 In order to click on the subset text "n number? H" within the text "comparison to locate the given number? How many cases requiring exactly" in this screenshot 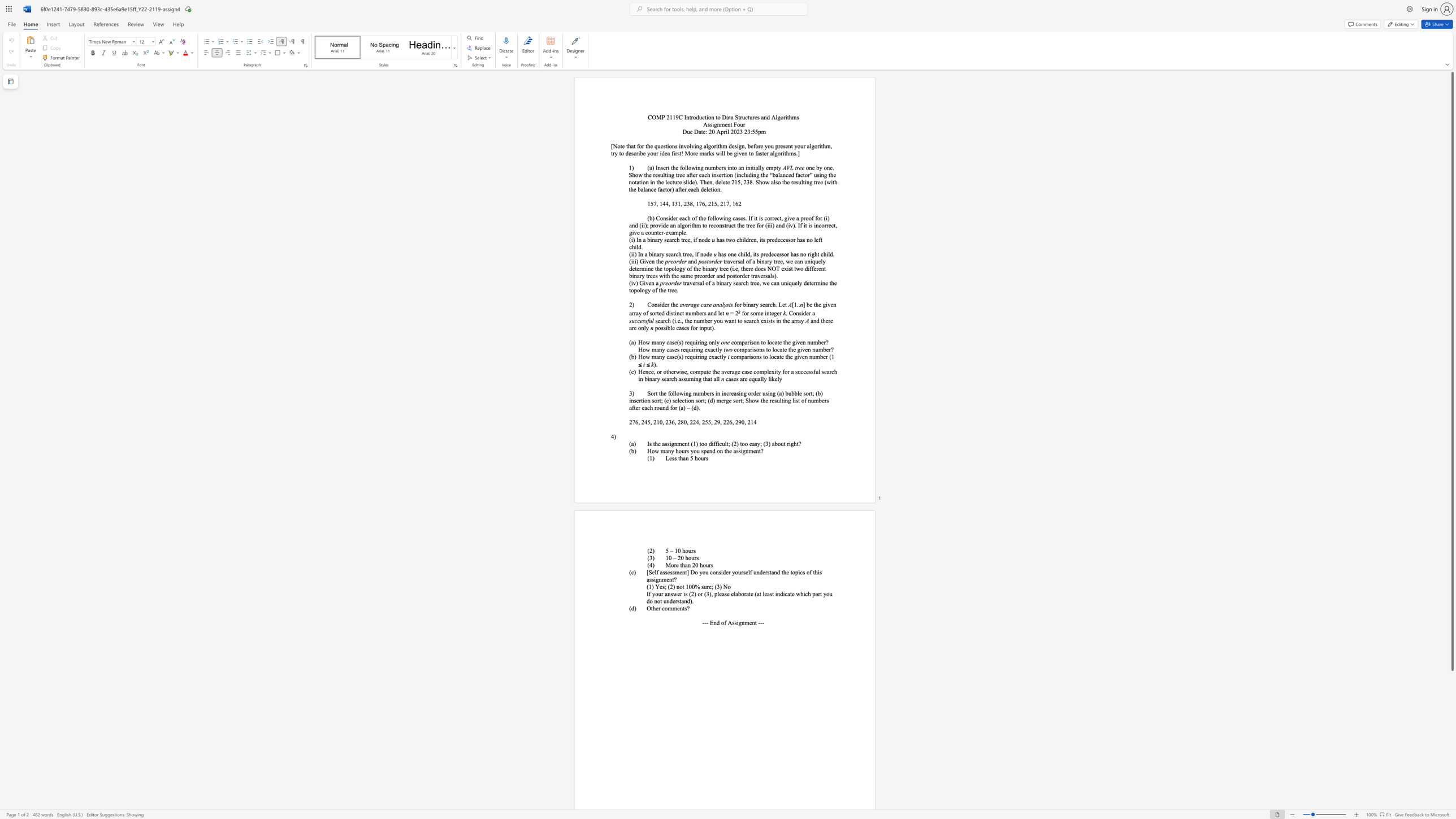, I will do `click(802, 341)`.